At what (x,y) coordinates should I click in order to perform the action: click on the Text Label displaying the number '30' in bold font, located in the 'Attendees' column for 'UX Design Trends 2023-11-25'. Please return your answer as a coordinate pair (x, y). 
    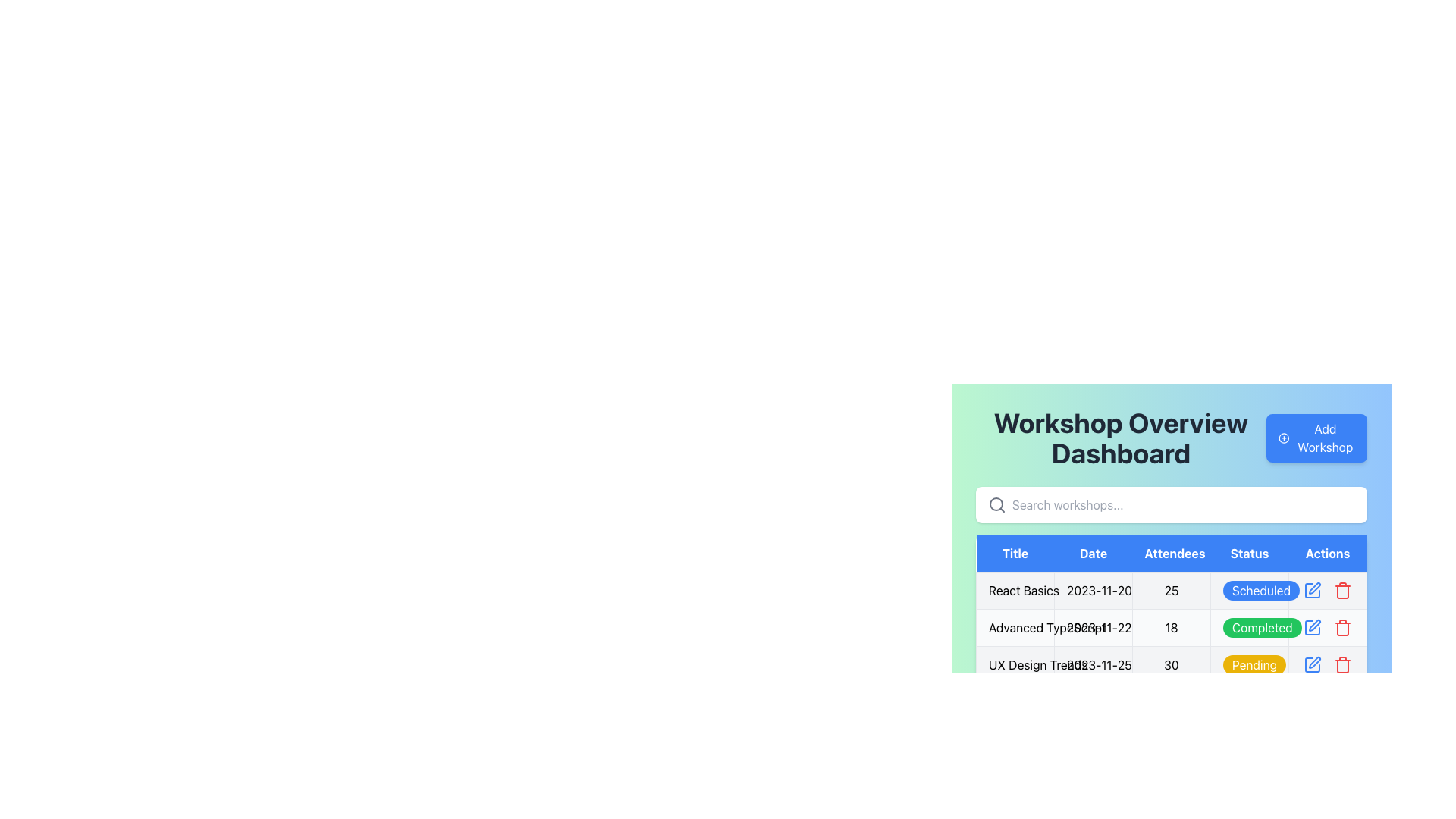
    Looking at the image, I should click on (1171, 664).